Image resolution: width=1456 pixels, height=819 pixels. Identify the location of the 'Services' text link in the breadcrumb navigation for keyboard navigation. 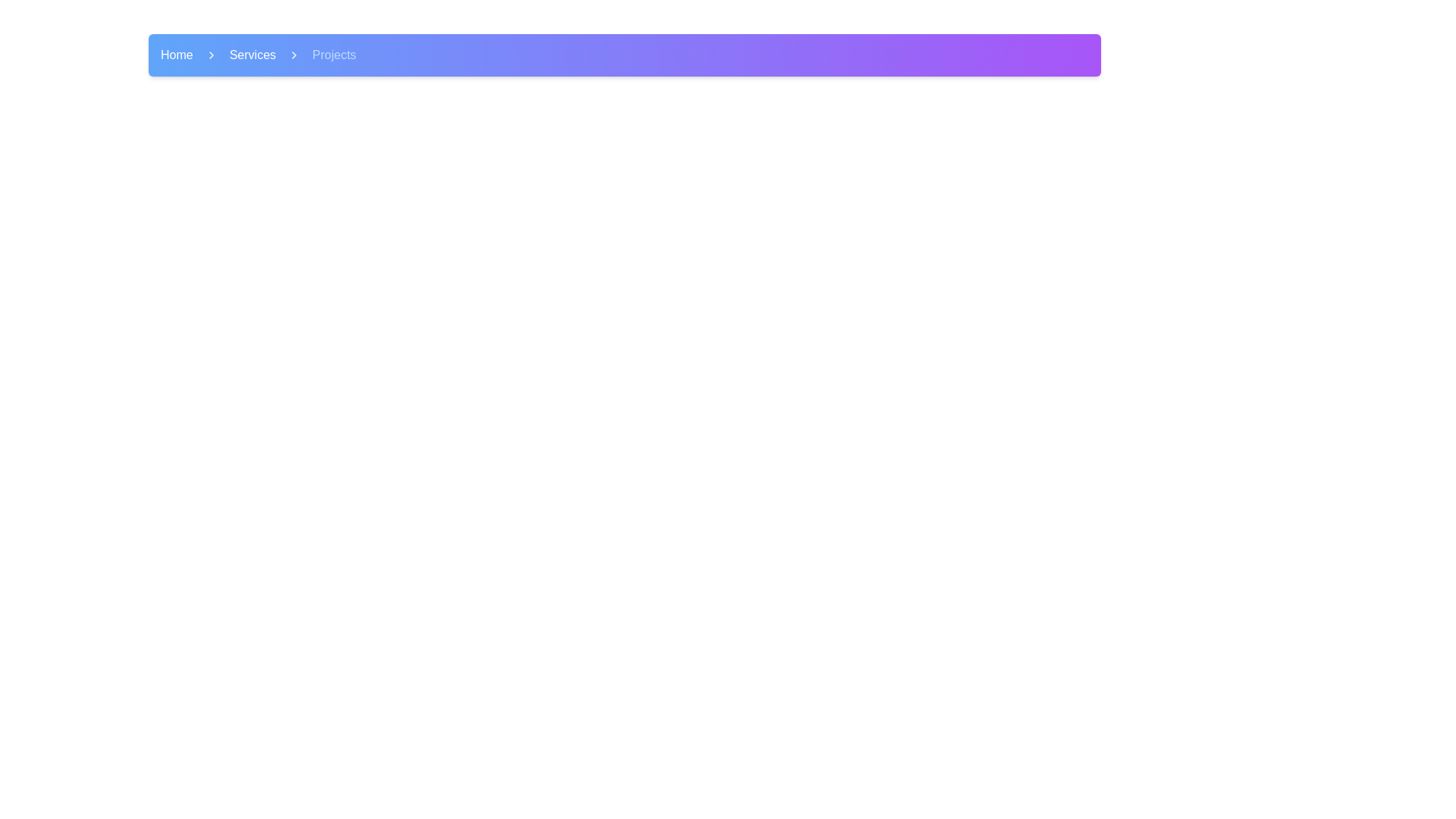
(253, 55).